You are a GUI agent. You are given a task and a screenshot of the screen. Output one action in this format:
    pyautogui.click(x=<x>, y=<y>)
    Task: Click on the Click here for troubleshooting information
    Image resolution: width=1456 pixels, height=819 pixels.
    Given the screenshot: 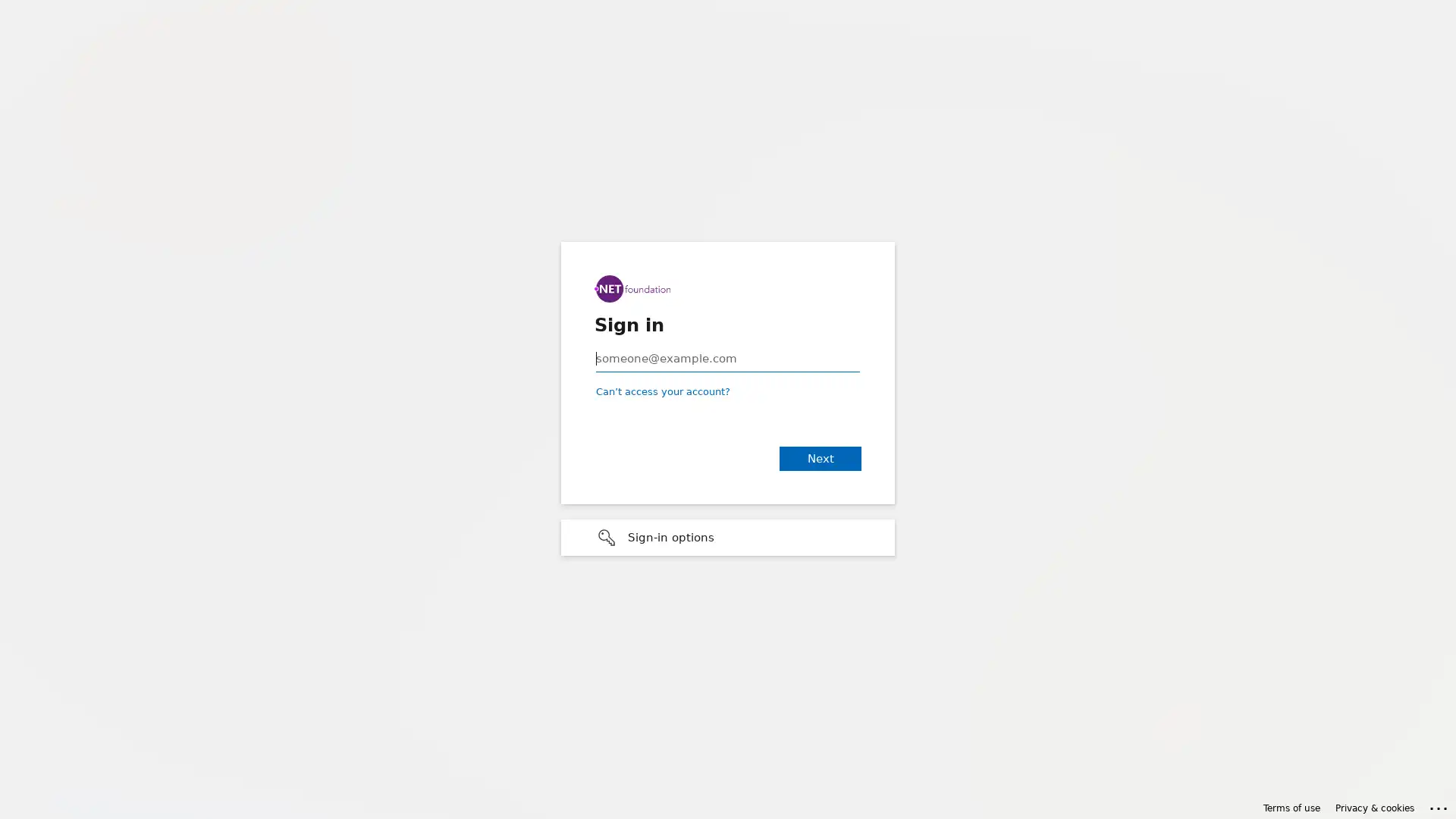 What is the action you would take?
    pyautogui.click(x=1439, y=805)
    